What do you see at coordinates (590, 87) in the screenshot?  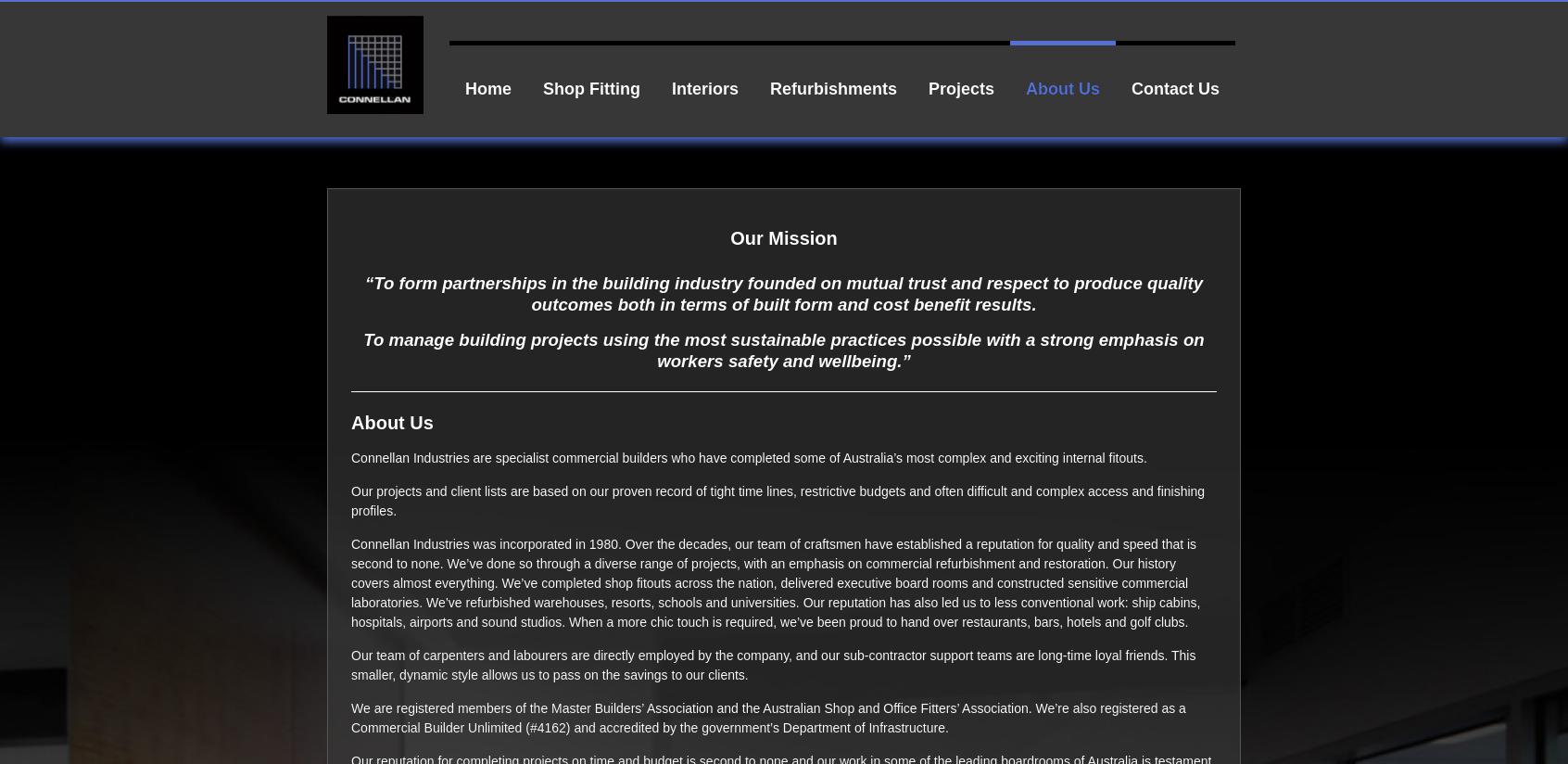 I see `'Shop Fitting'` at bounding box center [590, 87].